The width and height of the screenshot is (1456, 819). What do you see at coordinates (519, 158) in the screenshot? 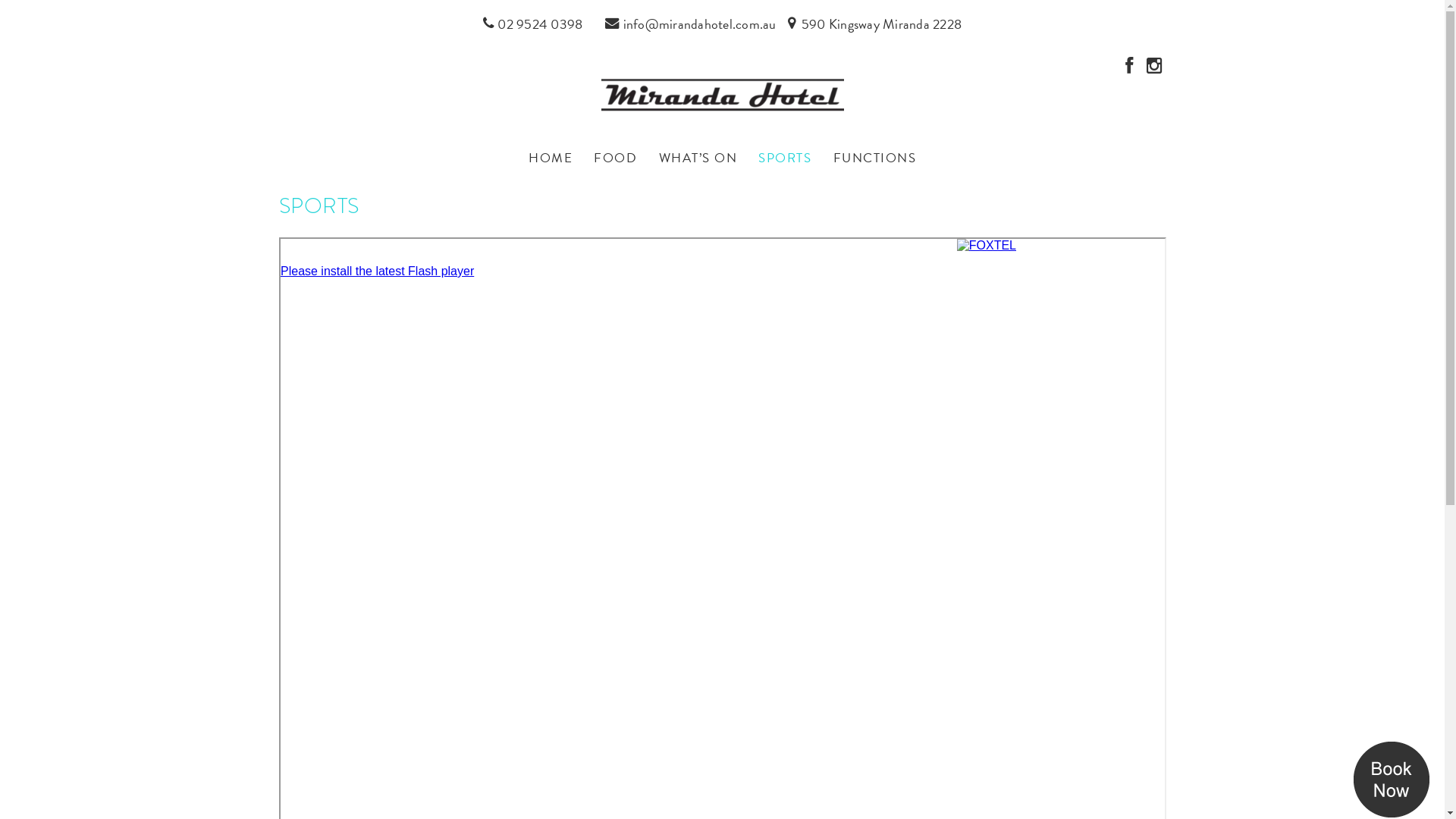
I see `'HOME'` at bounding box center [519, 158].